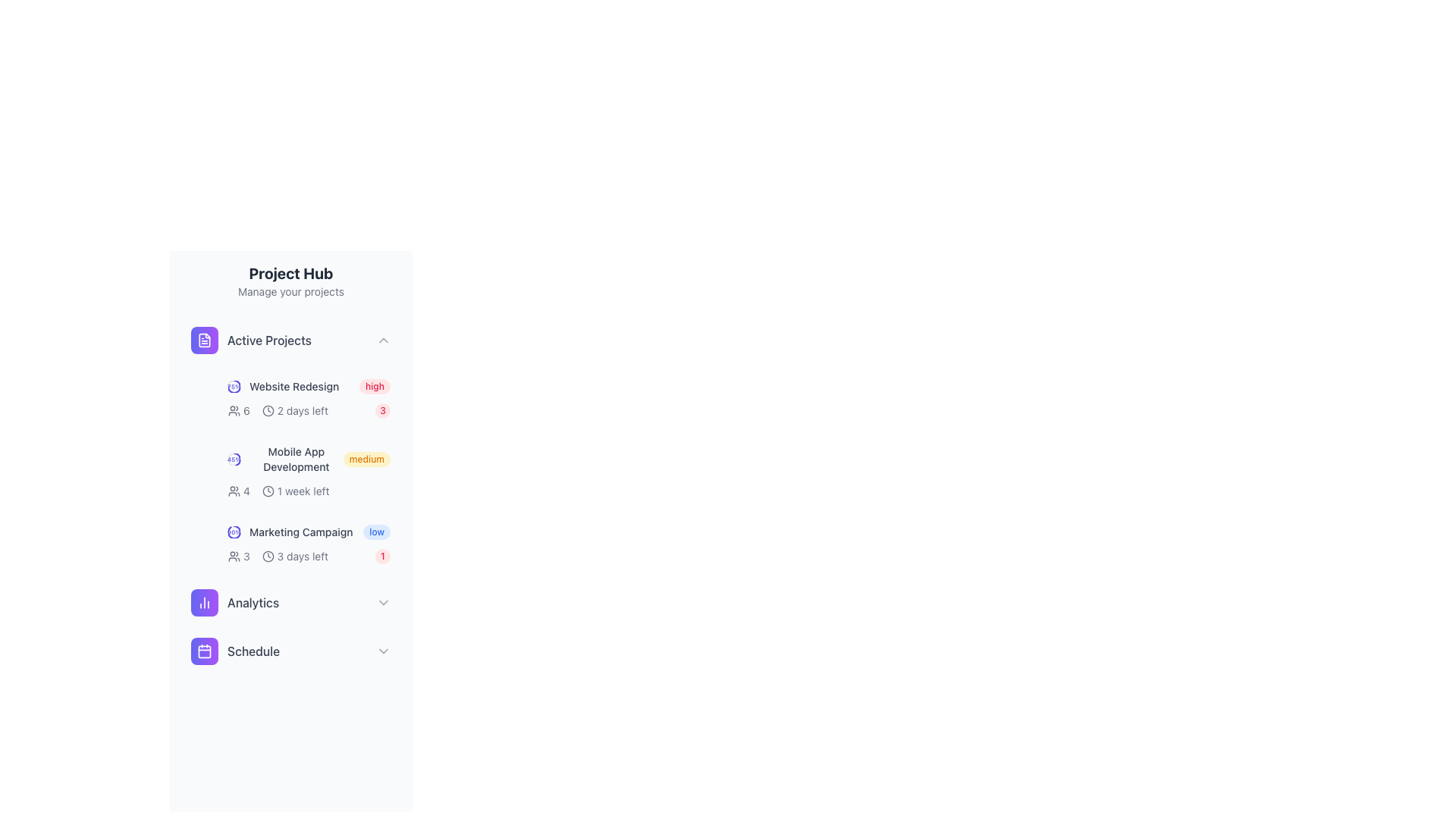  Describe the element at coordinates (268, 556) in the screenshot. I see `the small circular clock icon located to the left of the text '3 days left' in the 'Marketing Campaign' project entry, which is in the third position under the 'Active Projects' section` at that location.